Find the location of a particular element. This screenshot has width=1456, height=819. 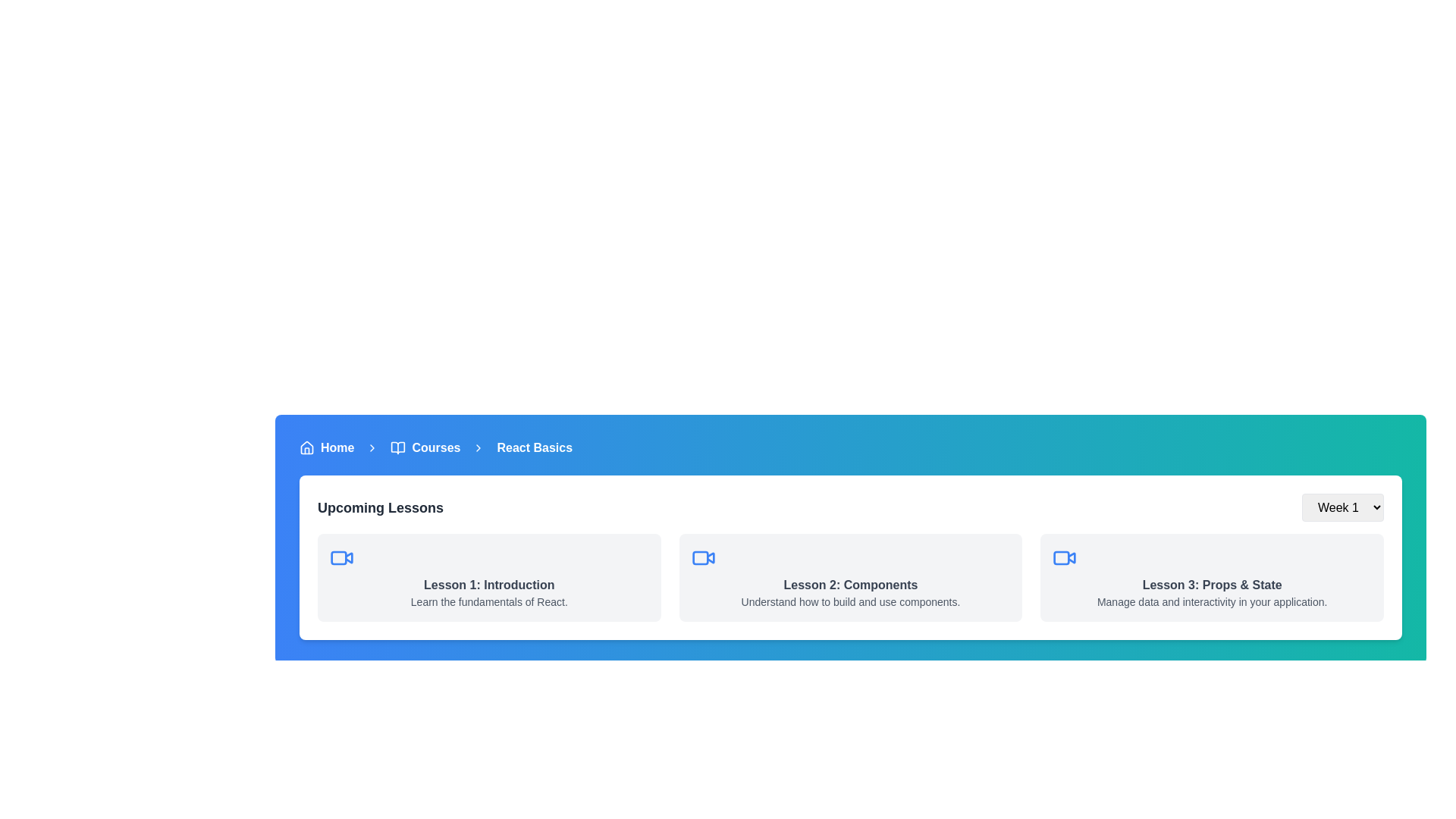

text content of the breadcrumb navigation label that indicates the current section, following the 'Courses' label, specifically the 'React Basics' section is located at coordinates (535, 447).